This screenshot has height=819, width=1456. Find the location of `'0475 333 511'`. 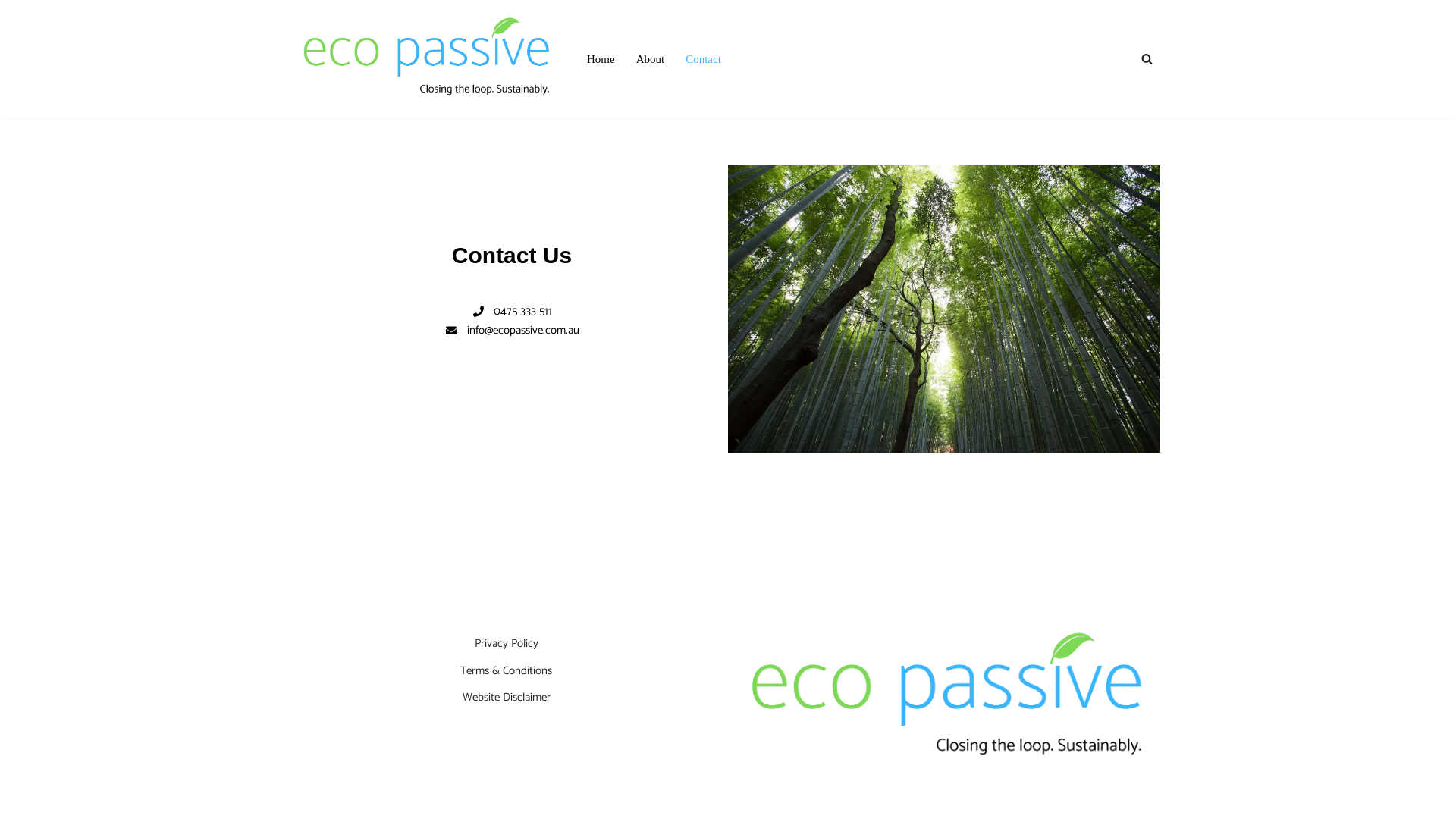

'0475 333 511' is located at coordinates (512, 311).